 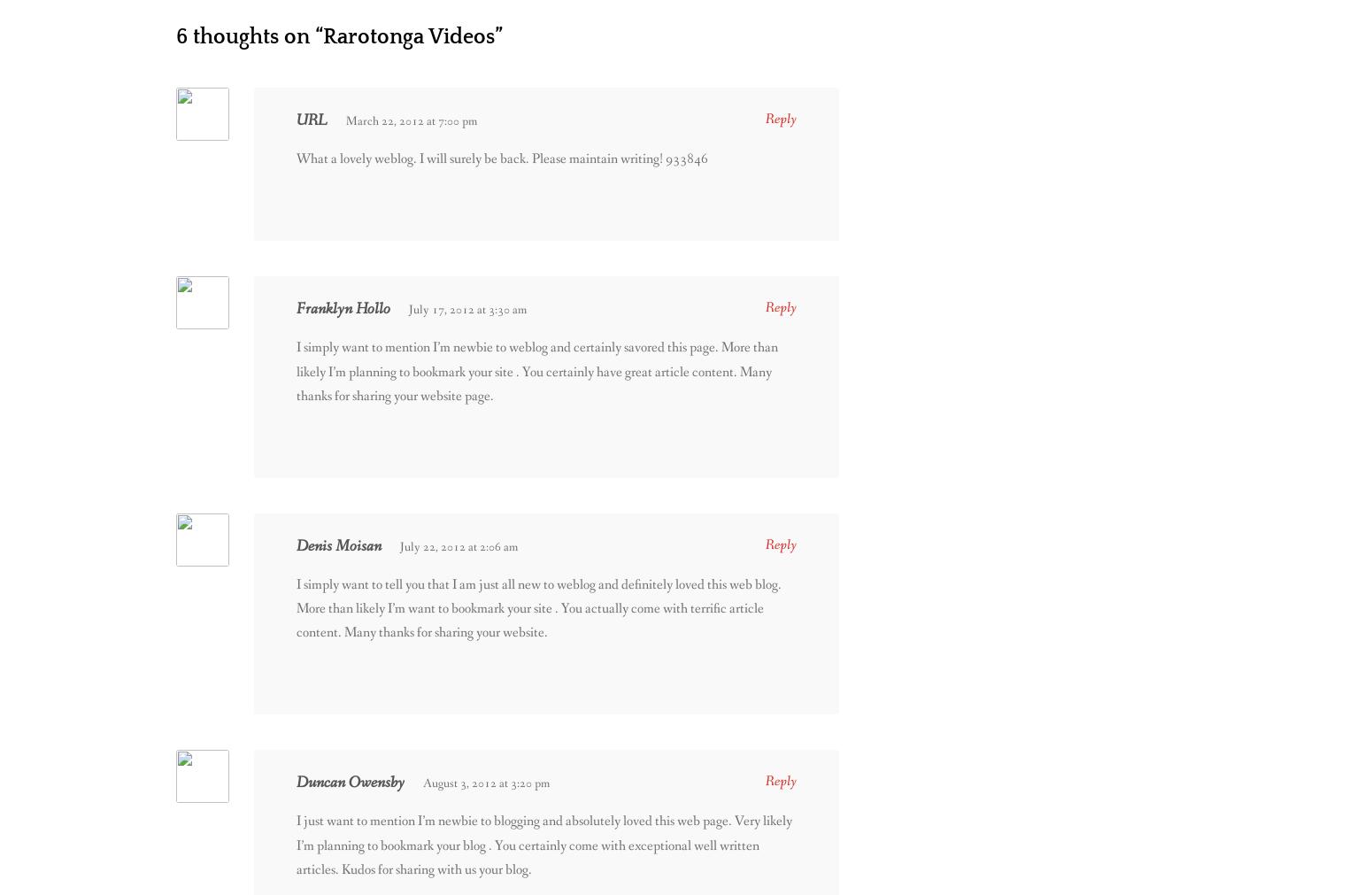 What do you see at coordinates (295, 158) in the screenshot?
I see `'What a lovely weblog. I will surely be back. Please maintain writing! 933846'` at bounding box center [295, 158].